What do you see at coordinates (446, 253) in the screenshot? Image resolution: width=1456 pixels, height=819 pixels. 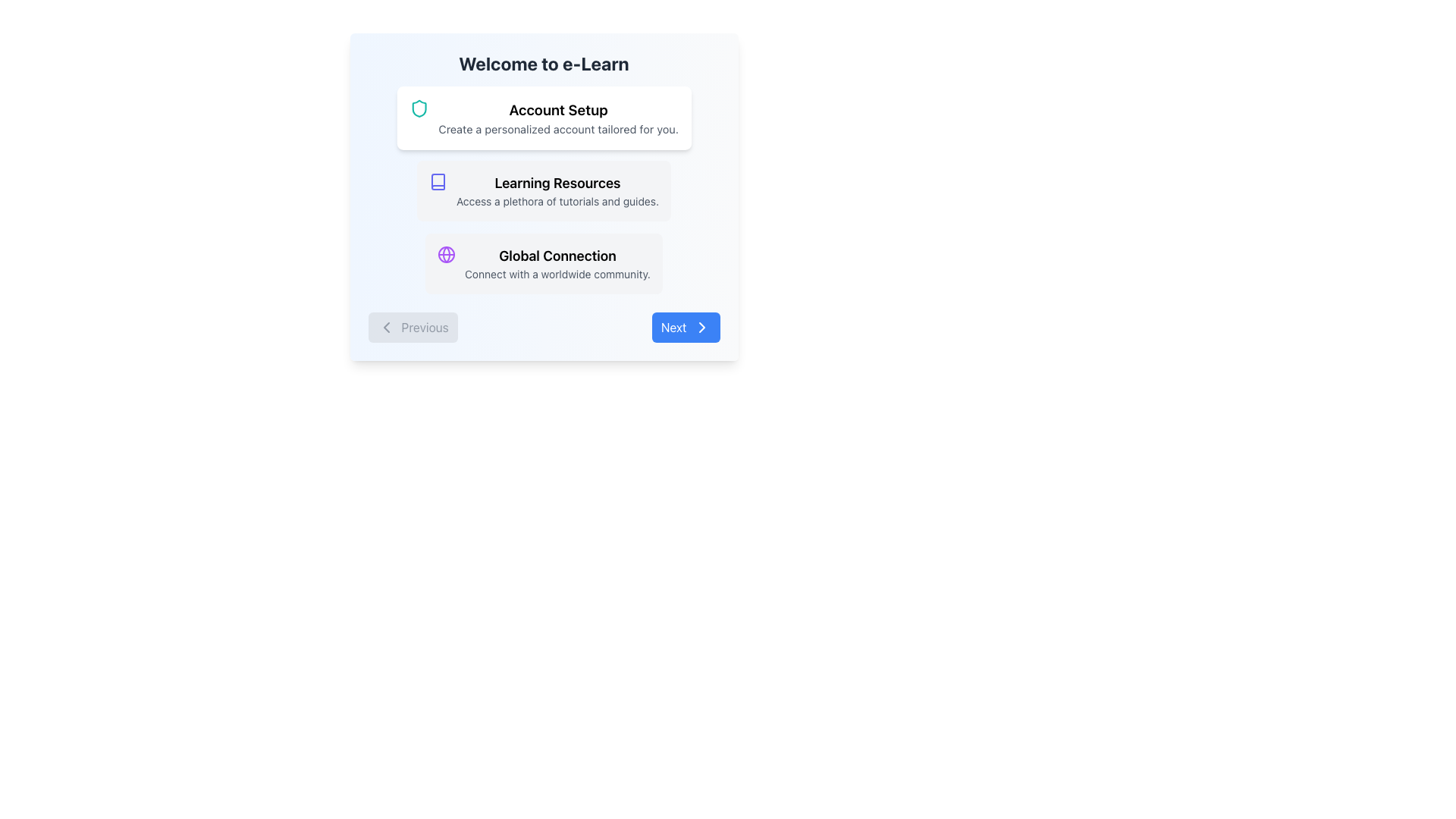 I see `the central curved line of the globe icon representing the 'Global Connection' menu option located to the left of the menu entry` at bounding box center [446, 253].